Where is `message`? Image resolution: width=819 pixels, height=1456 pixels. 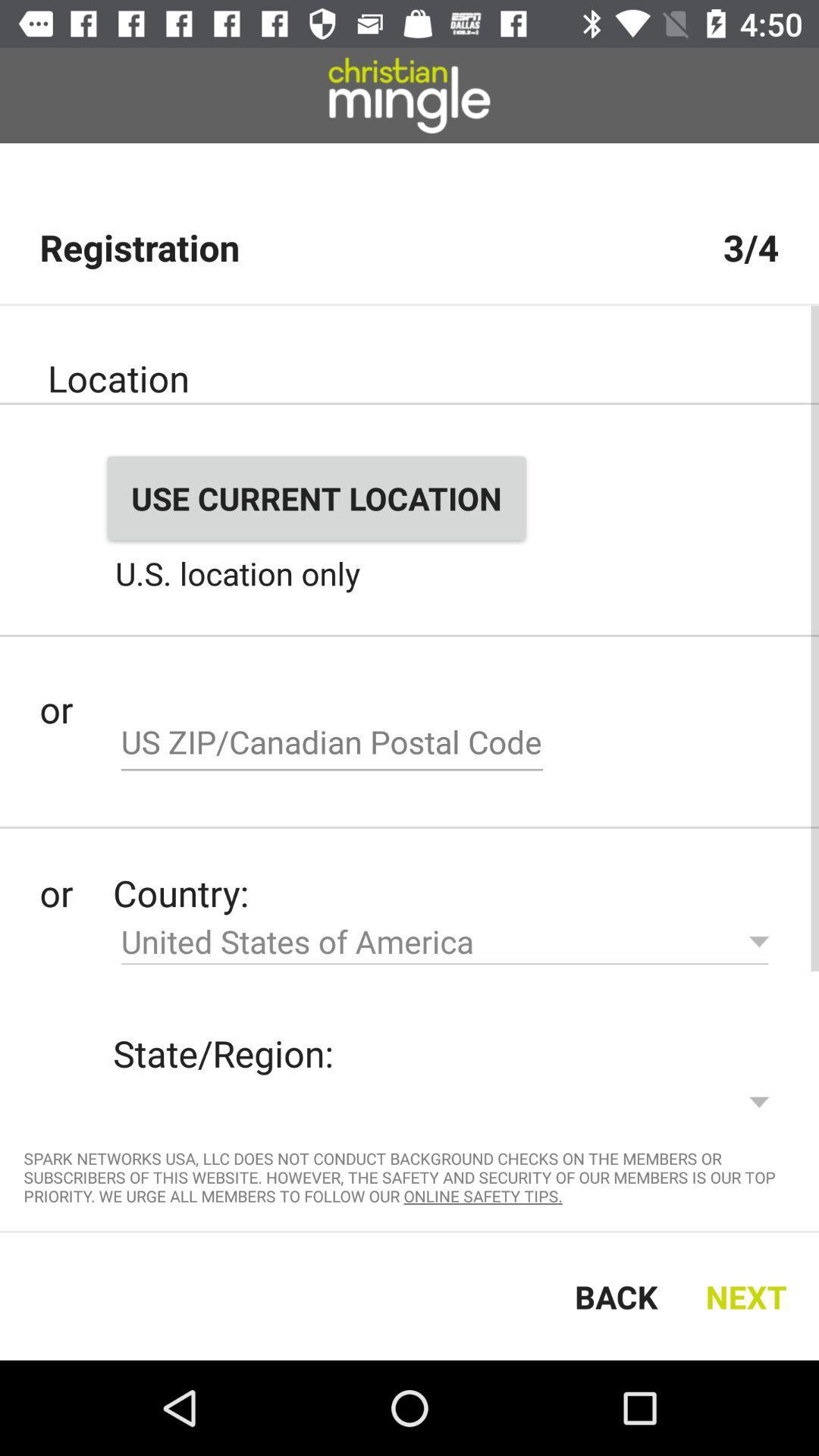
message is located at coordinates (331, 744).